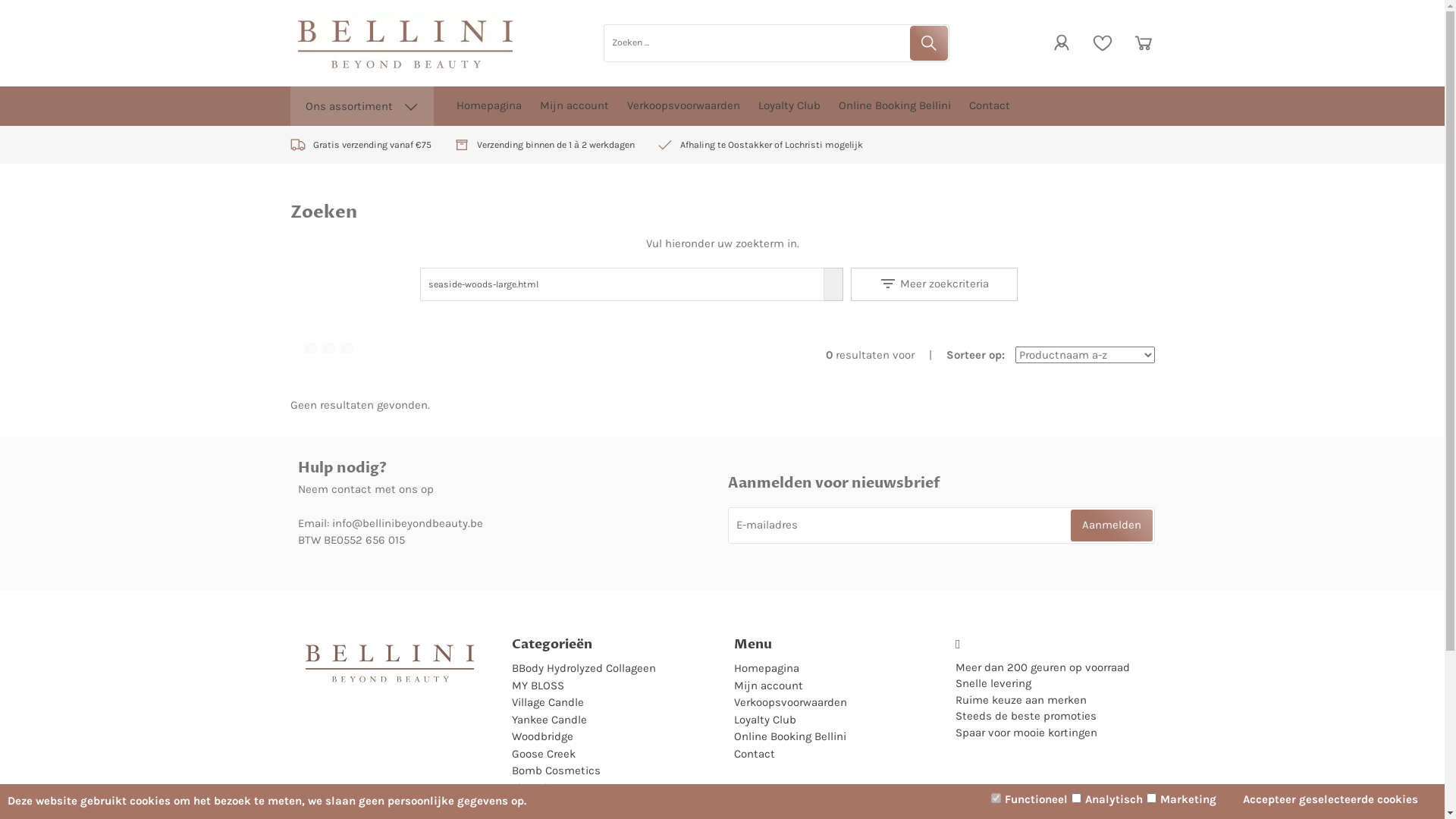 The width and height of the screenshot is (1456, 819). I want to click on 'Contact', so click(960, 105).